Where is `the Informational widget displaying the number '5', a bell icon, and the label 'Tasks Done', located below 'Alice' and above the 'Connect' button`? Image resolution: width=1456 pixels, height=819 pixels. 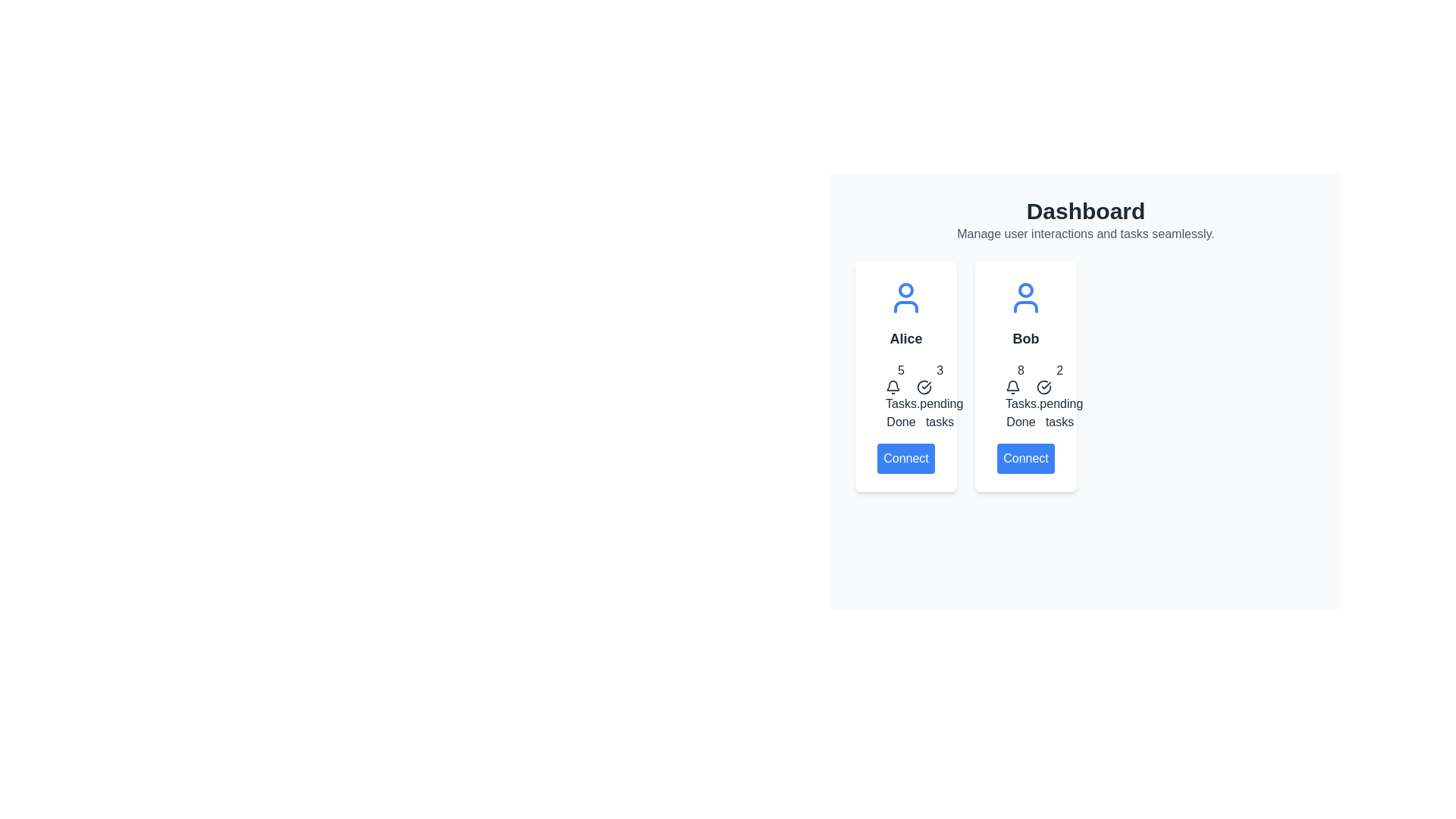 the Informational widget displaying the number '5', a bell icon, and the label 'Tasks Done', located below 'Alice' and above the 'Connect' button is located at coordinates (901, 396).